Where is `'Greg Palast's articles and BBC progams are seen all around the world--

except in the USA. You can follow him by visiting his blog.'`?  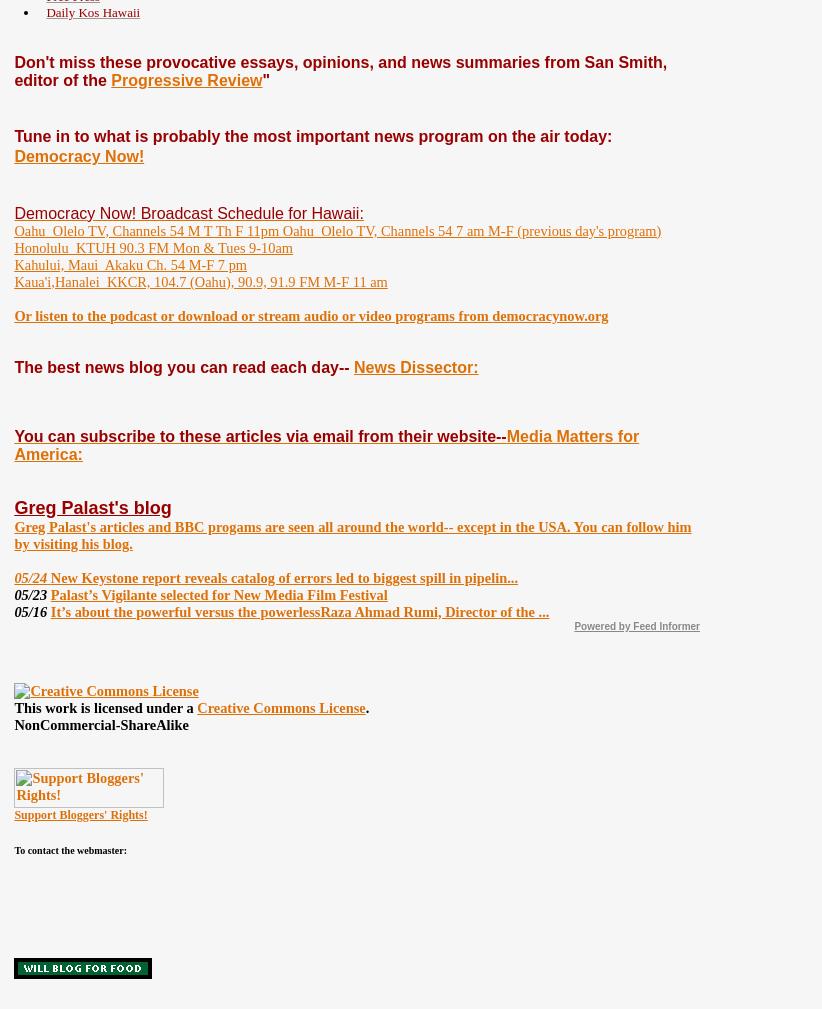
'Greg Palast's articles and BBC progams are seen all around the world--

except in the USA. You can follow him by visiting his blog.' is located at coordinates (351, 534).